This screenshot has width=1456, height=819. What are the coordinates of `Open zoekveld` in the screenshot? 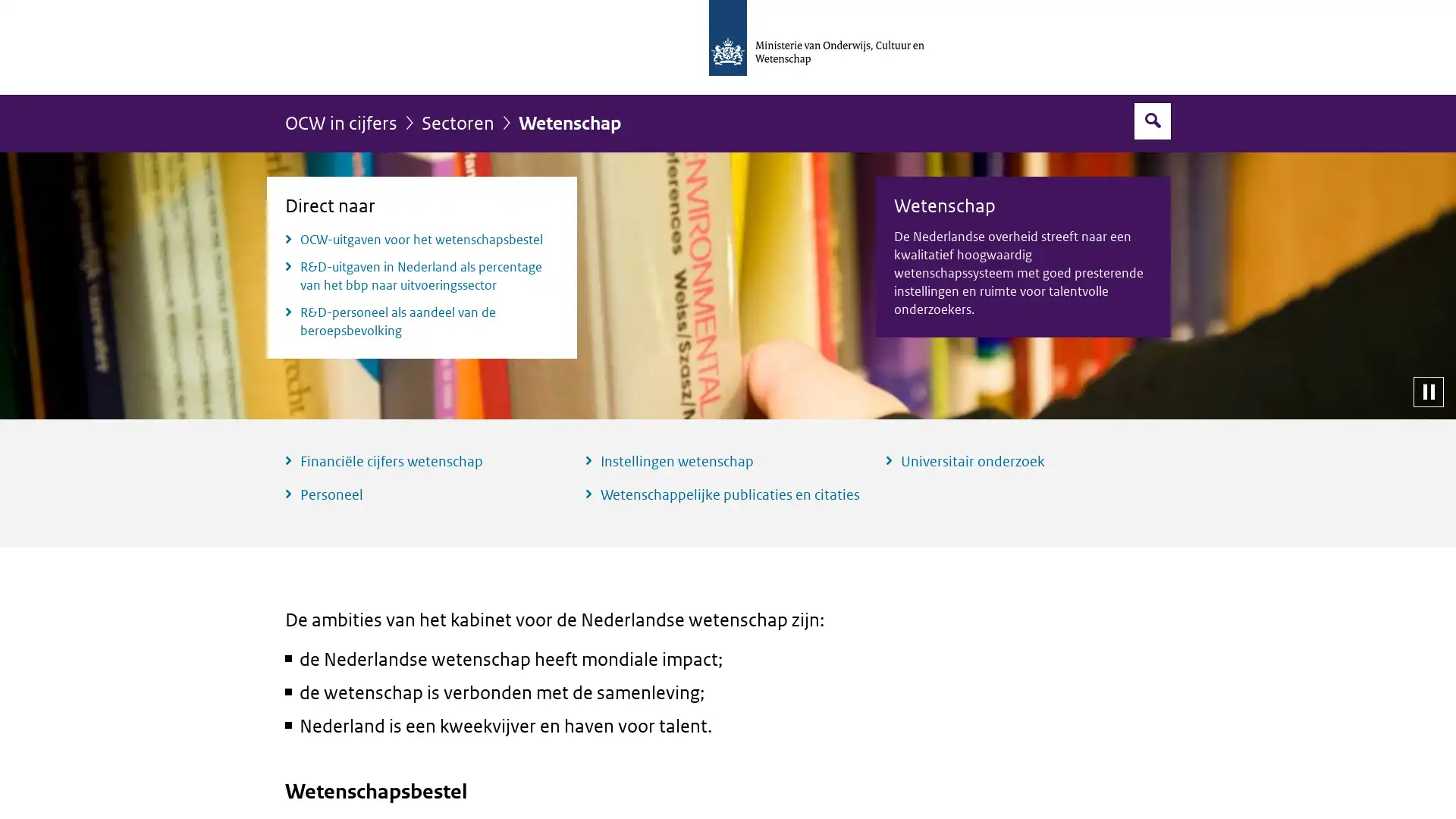 It's located at (1153, 120).